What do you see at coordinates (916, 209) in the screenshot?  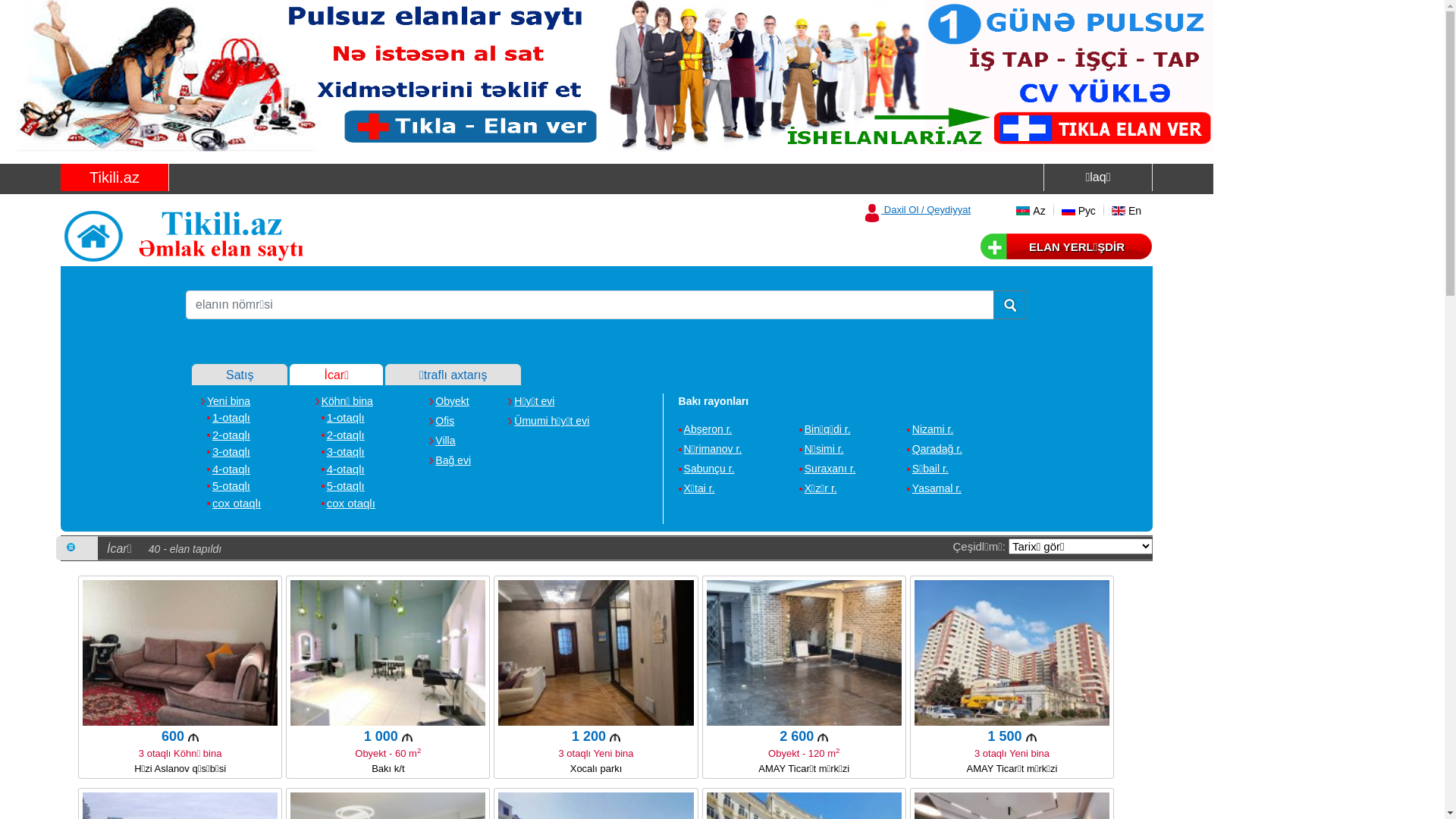 I see `'Daxil Ol / Qeydiyyat'` at bounding box center [916, 209].